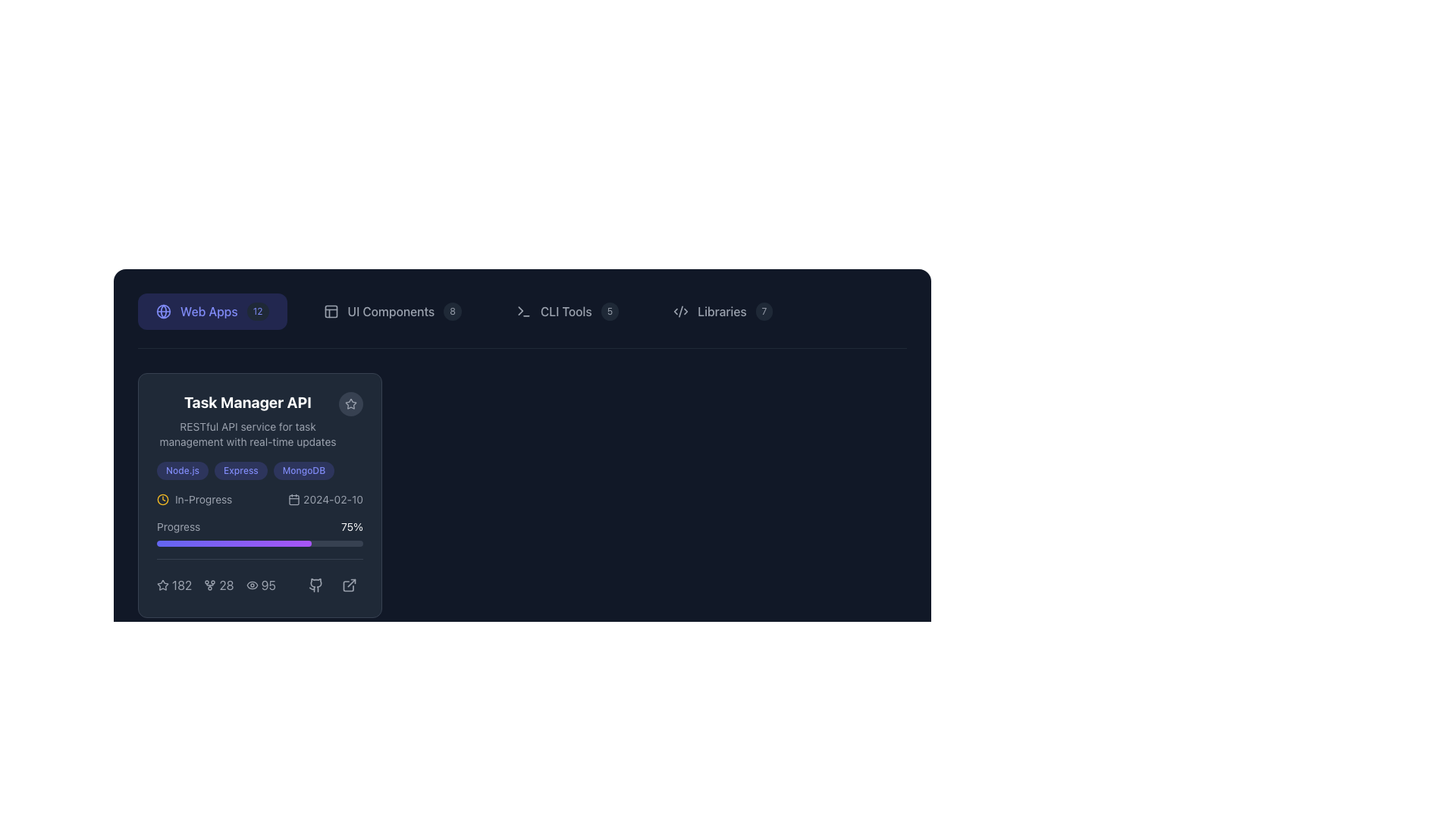 Image resolution: width=1456 pixels, height=819 pixels. Describe the element at coordinates (259, 579) in the screenshot. I see `view count number displayed in the text label located at the bottom of the card, which is the third metric in a row of text-and-icon pairs, positioned directly right of the view count icon` at that location.